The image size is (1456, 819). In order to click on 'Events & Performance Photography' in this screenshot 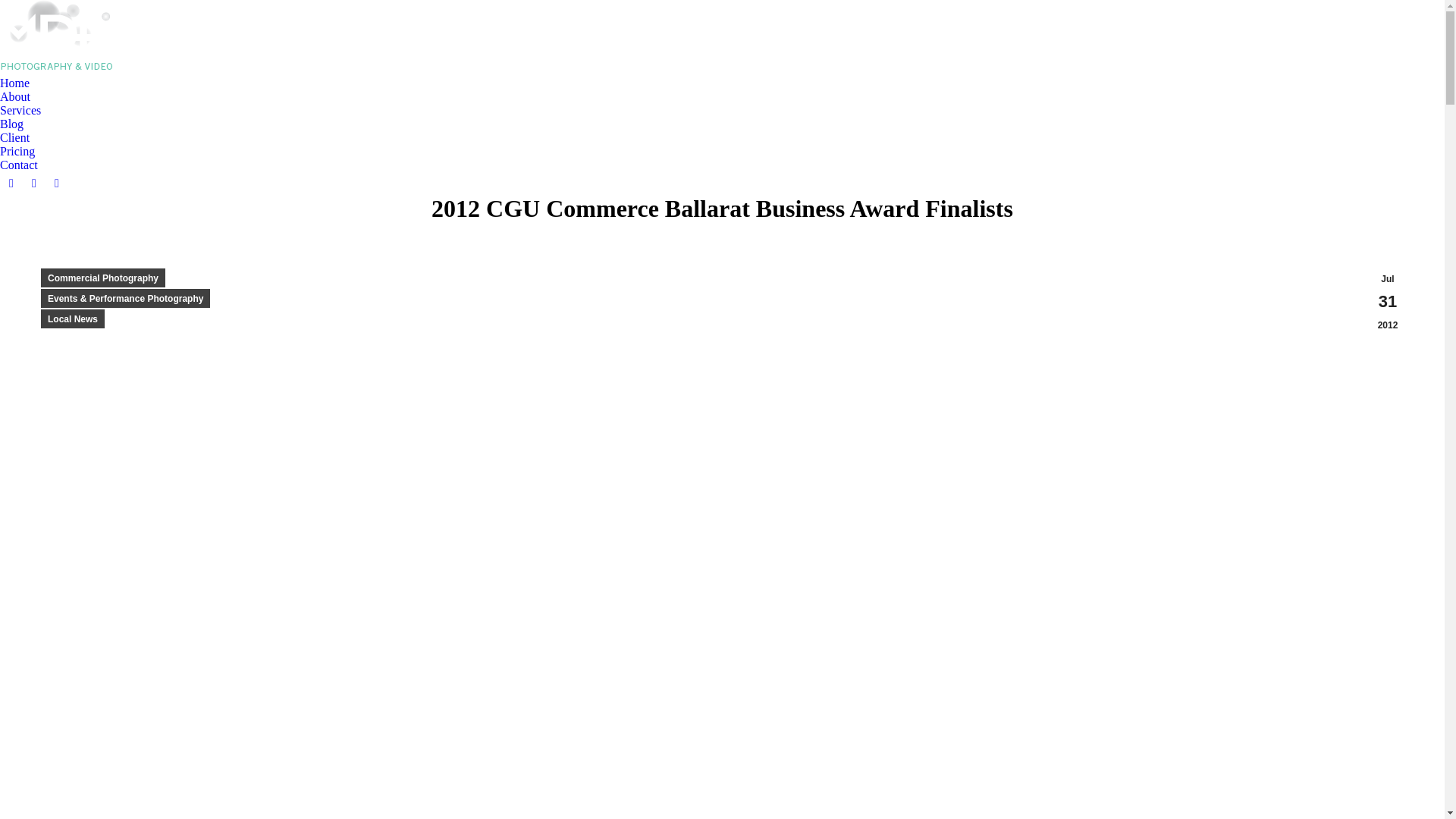, I will do `click(125, 298)`.